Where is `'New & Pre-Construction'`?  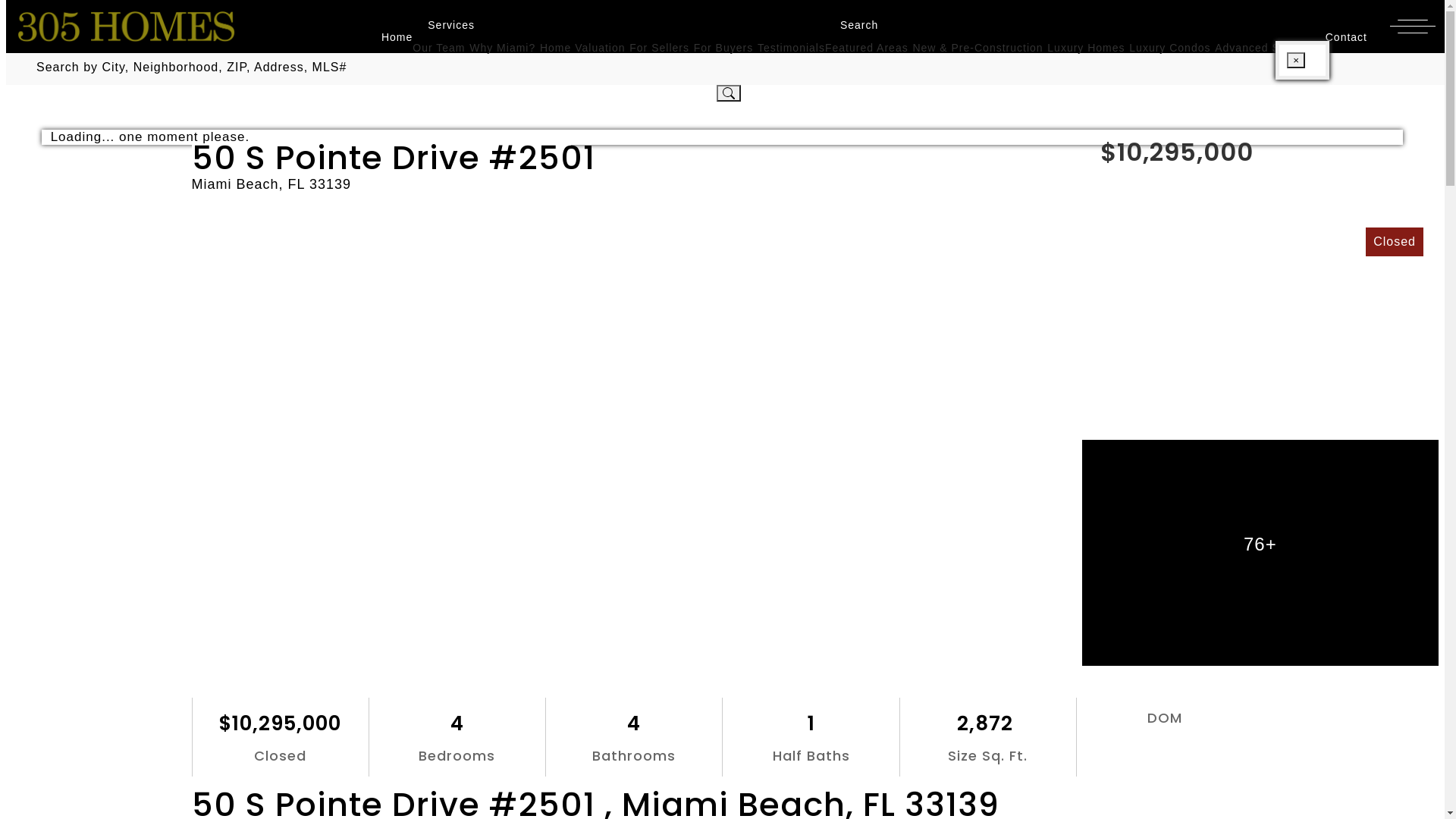
'New & Pre-Construction' is located at coordinates (912, 46).